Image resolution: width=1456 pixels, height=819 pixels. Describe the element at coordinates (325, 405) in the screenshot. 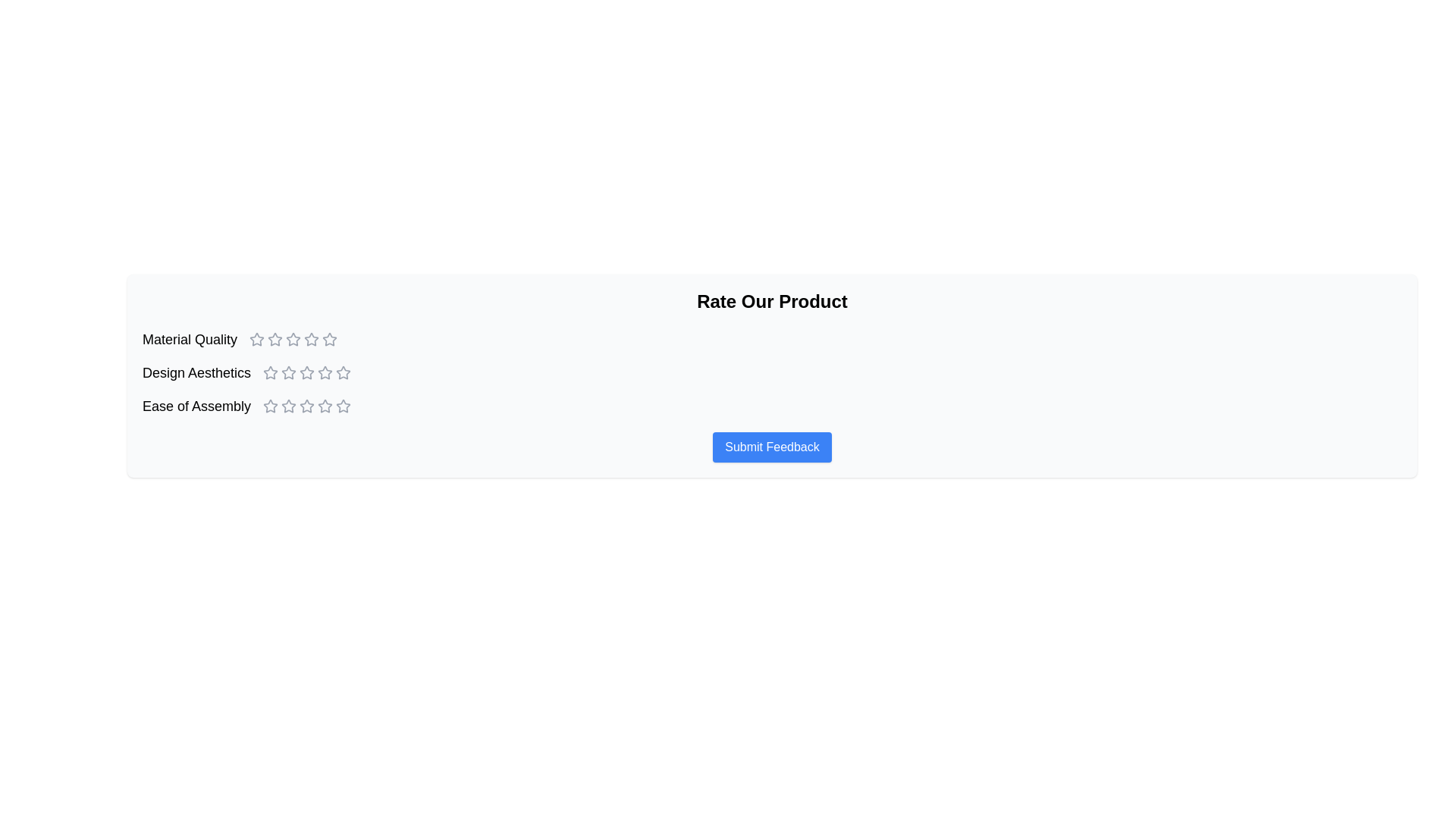

I see `the fifth star rating icon` at that location.